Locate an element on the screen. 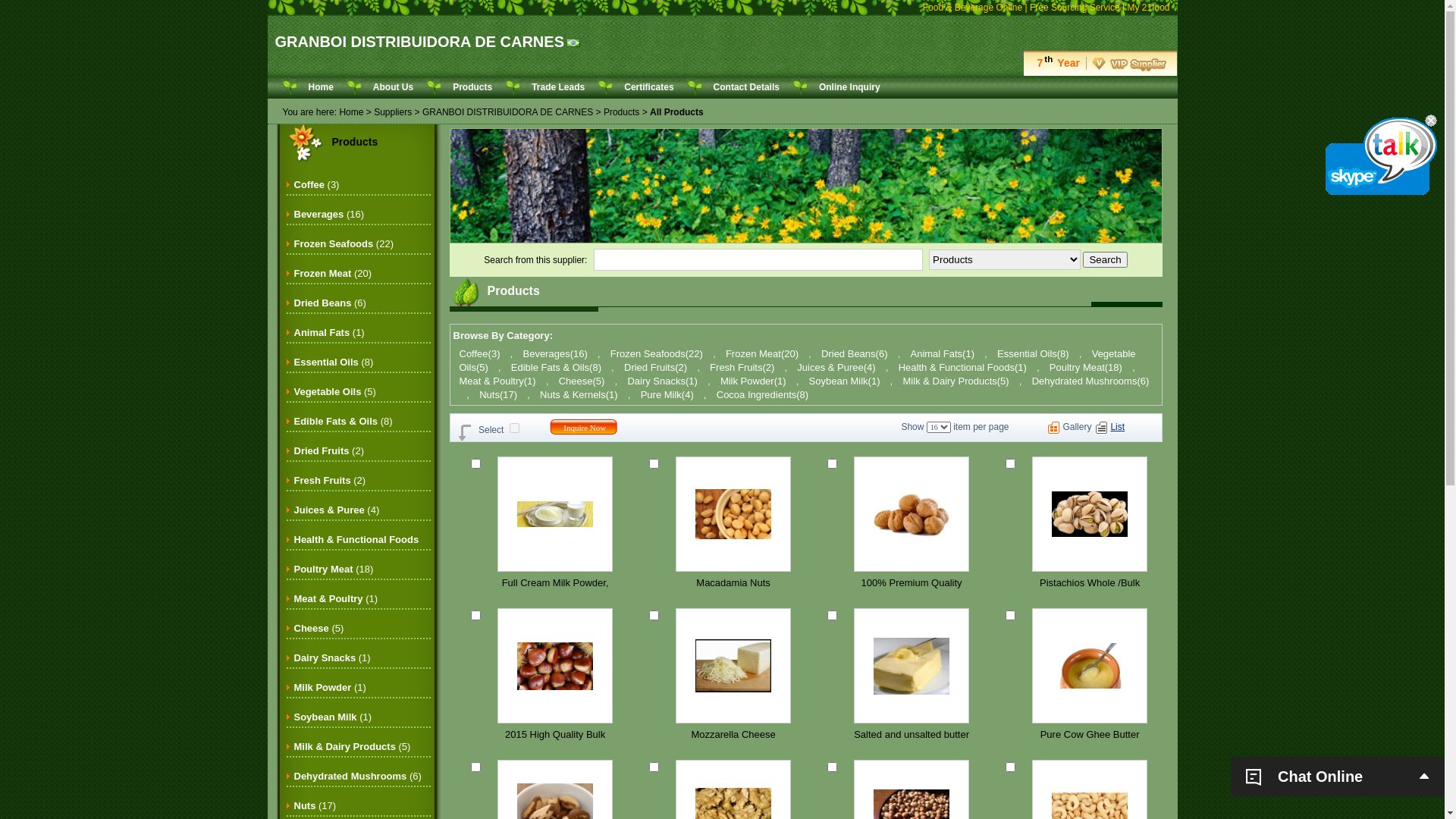  'Home' is located at coordinates (319, 87).